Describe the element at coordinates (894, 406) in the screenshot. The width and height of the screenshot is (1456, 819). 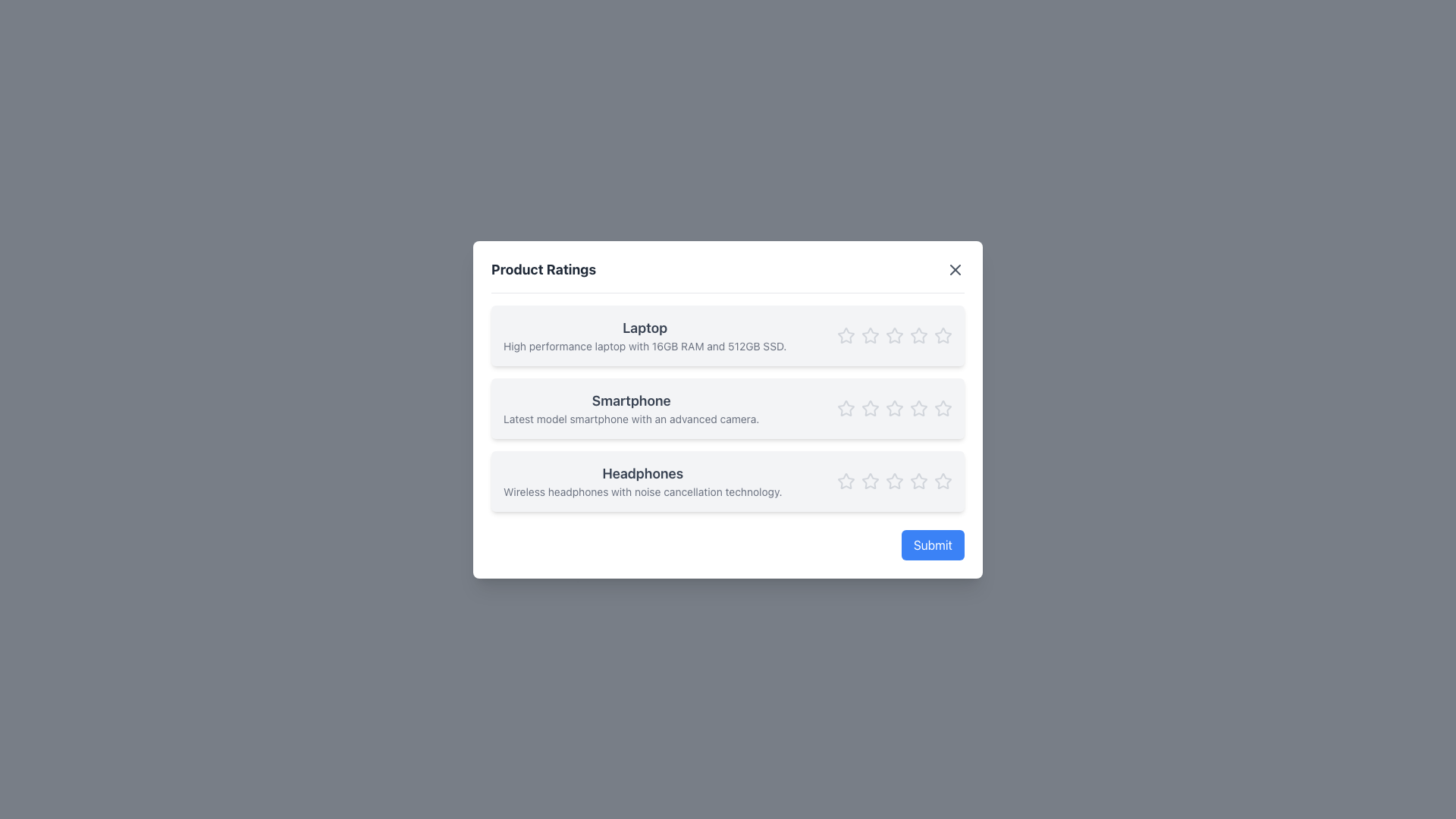
I see `the third star in the row of five stars in the 'Product Ratings' dialog box to rate the 'Smartphone' item` at that location.